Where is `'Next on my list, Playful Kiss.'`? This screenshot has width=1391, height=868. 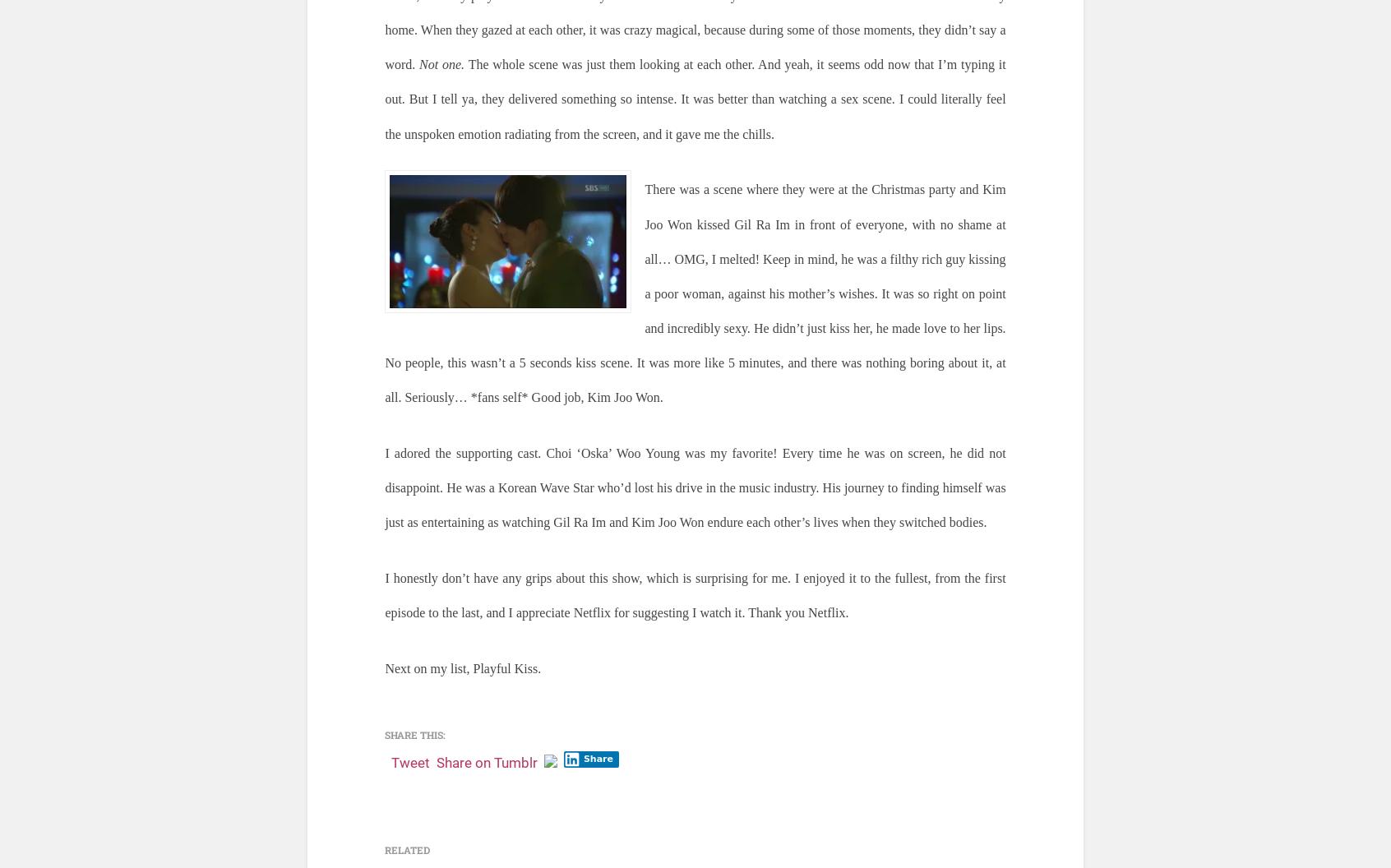 'Next on my list, Playful Kiss.' is located at coordinates (462, 667).